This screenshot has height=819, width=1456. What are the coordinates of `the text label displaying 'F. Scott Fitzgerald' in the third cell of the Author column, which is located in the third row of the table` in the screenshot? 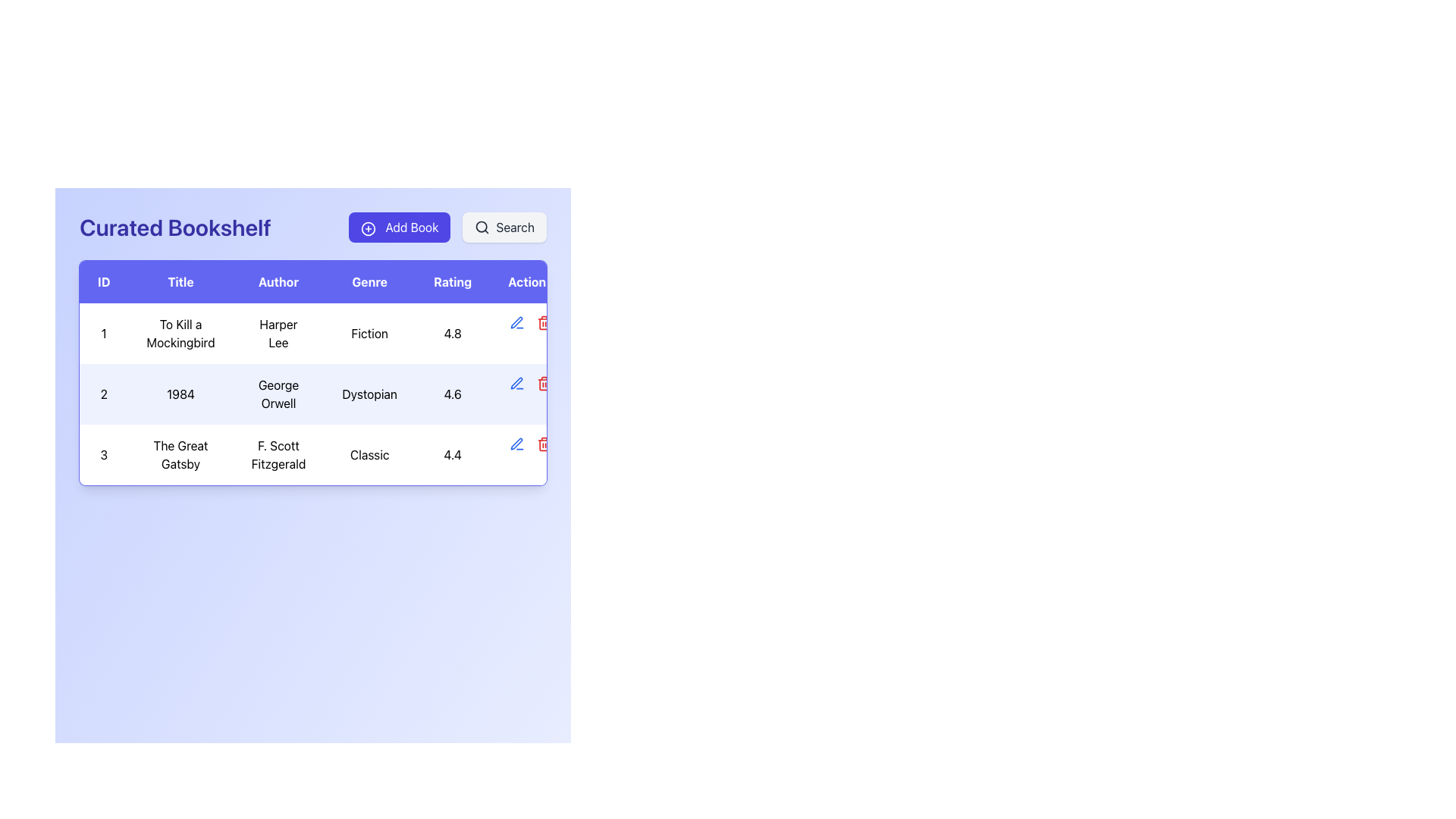 It's located at (278, 454).